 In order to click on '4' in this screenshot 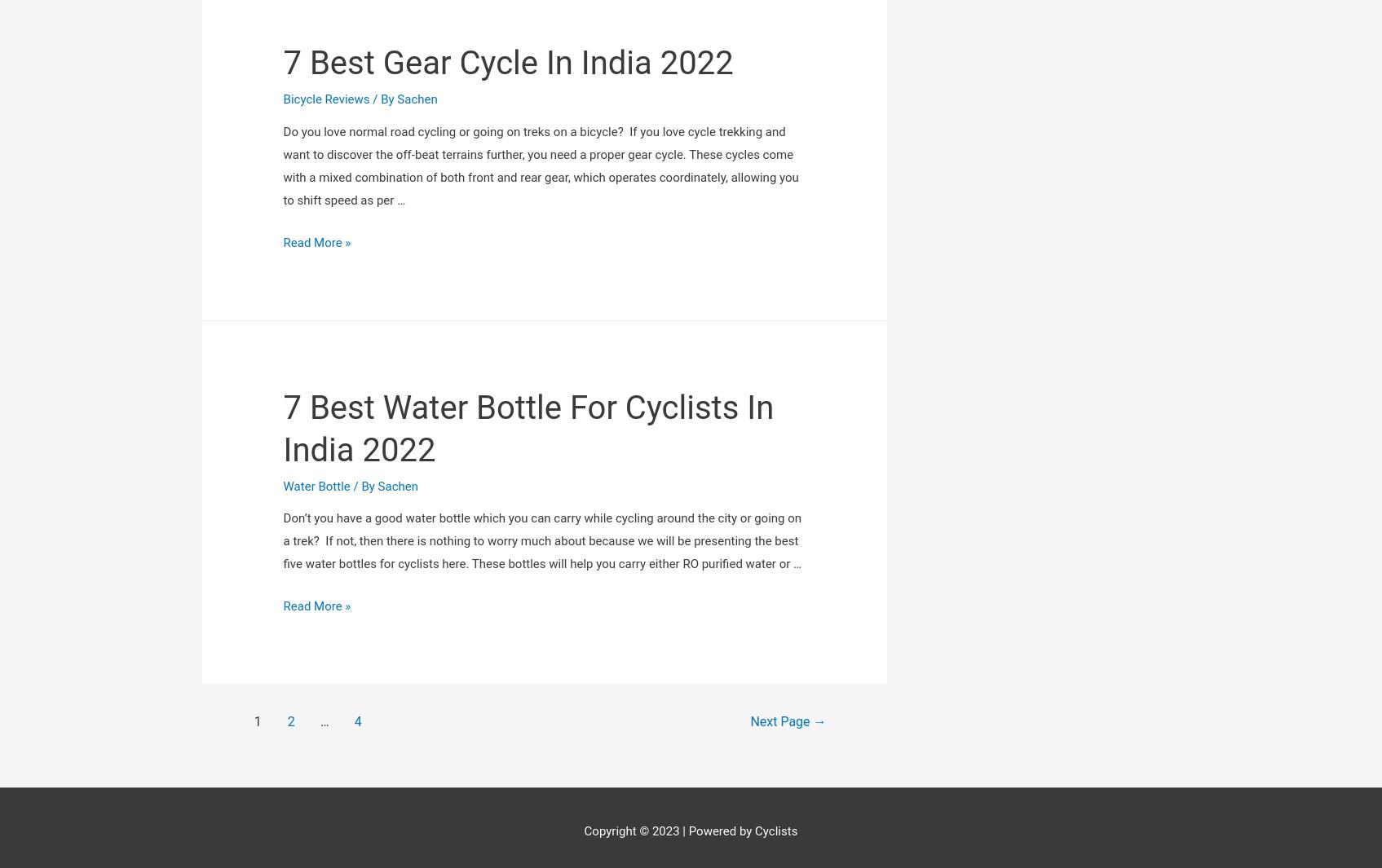, I will do `click(357, 525)`.